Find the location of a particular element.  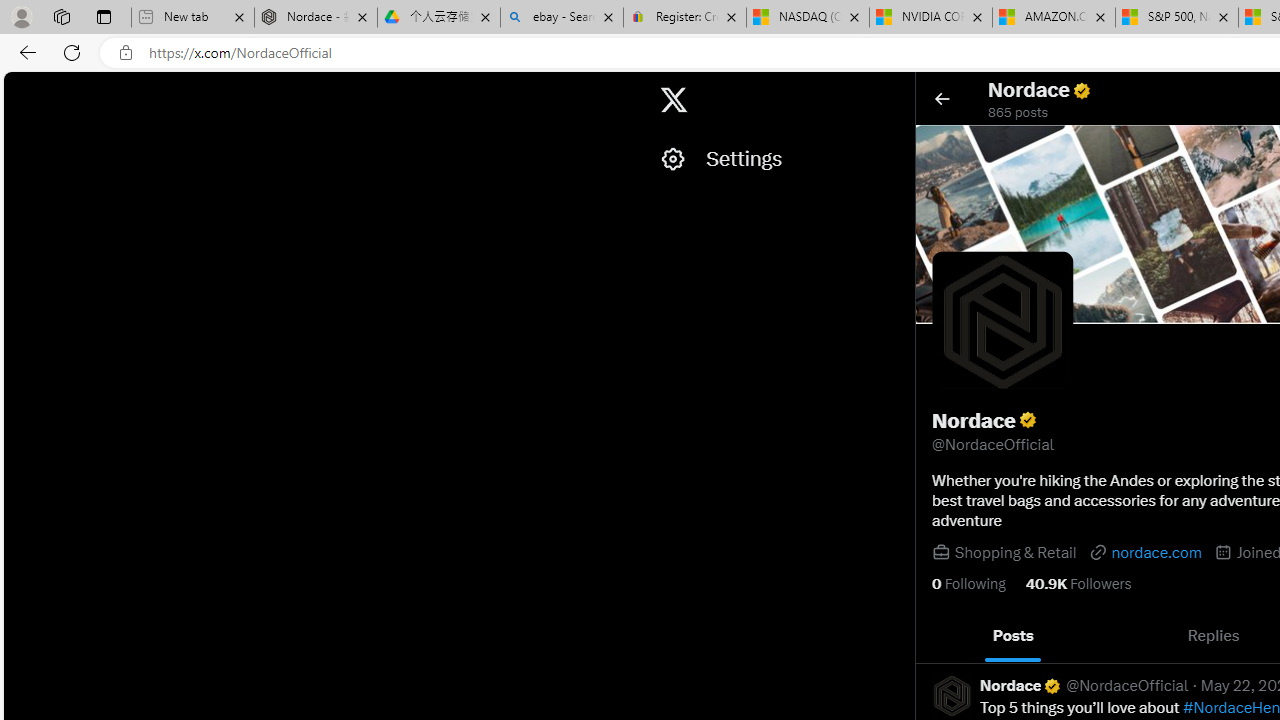

'0 Following' is located at coordinates (968, 583).